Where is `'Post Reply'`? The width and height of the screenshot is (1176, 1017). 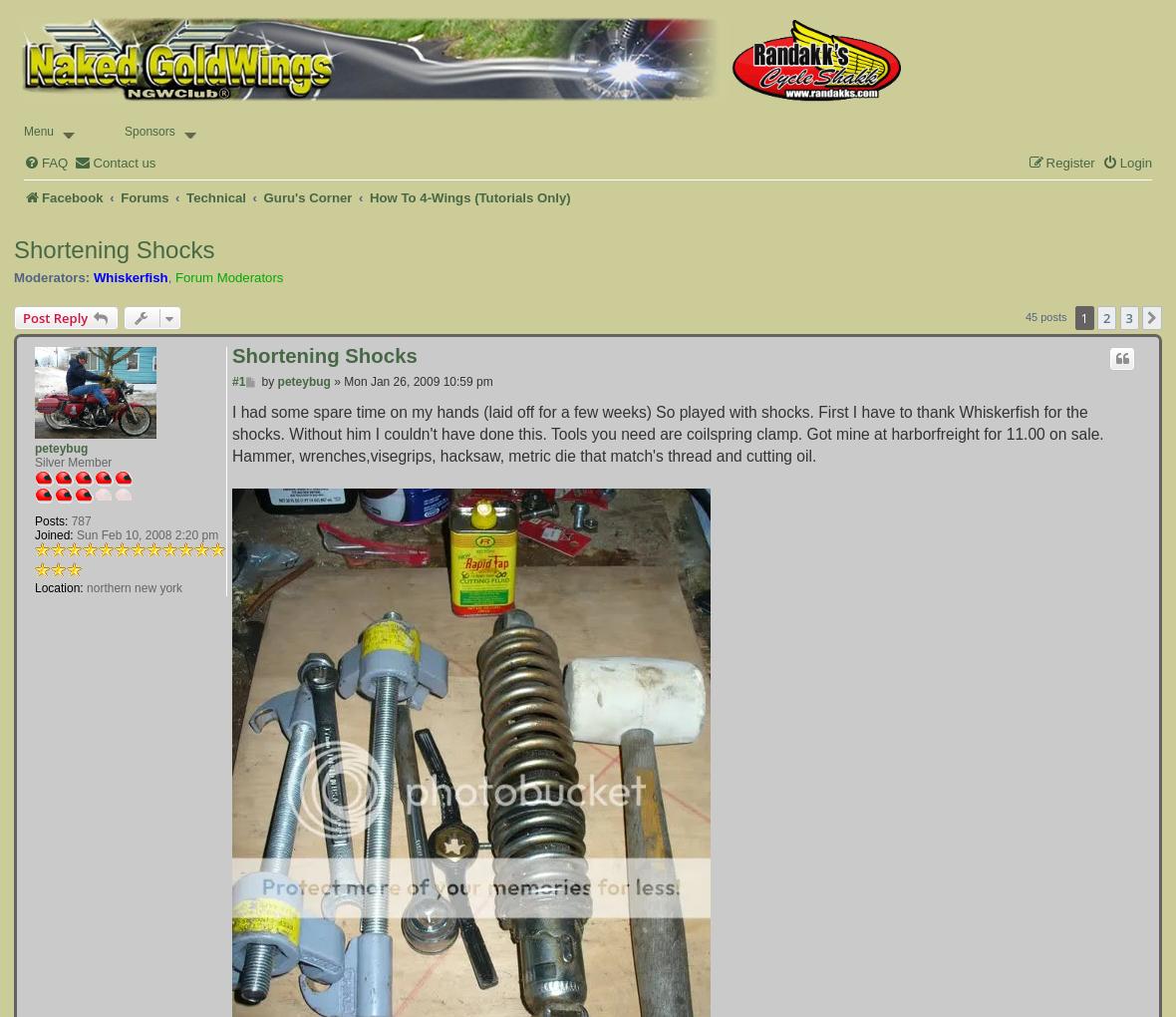
'Post Reply' is located at coordinates (54, 317).